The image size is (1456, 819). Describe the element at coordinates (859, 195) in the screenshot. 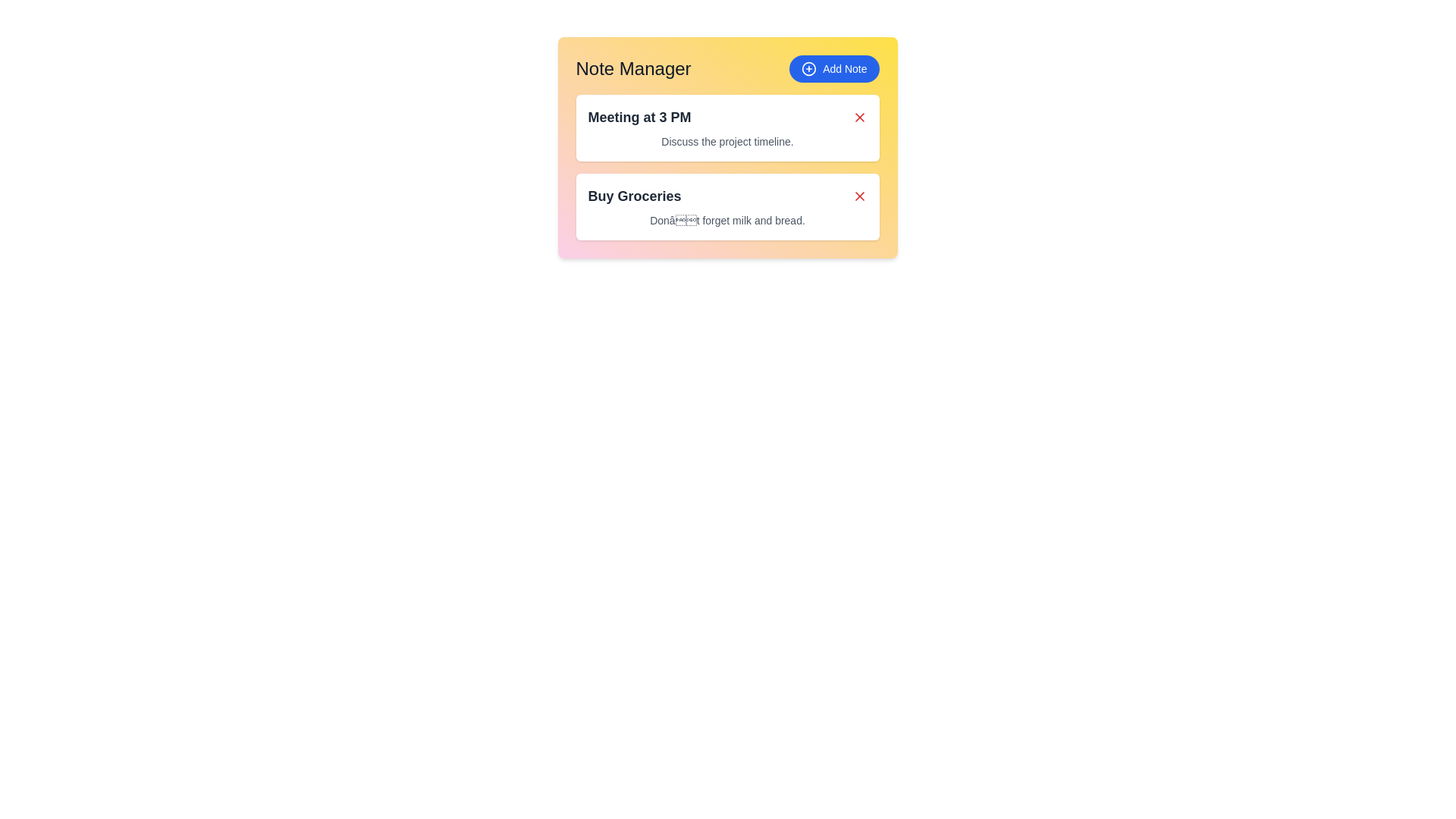

I see `the delete button for the note titled 'Buy Groceries'` at that location.